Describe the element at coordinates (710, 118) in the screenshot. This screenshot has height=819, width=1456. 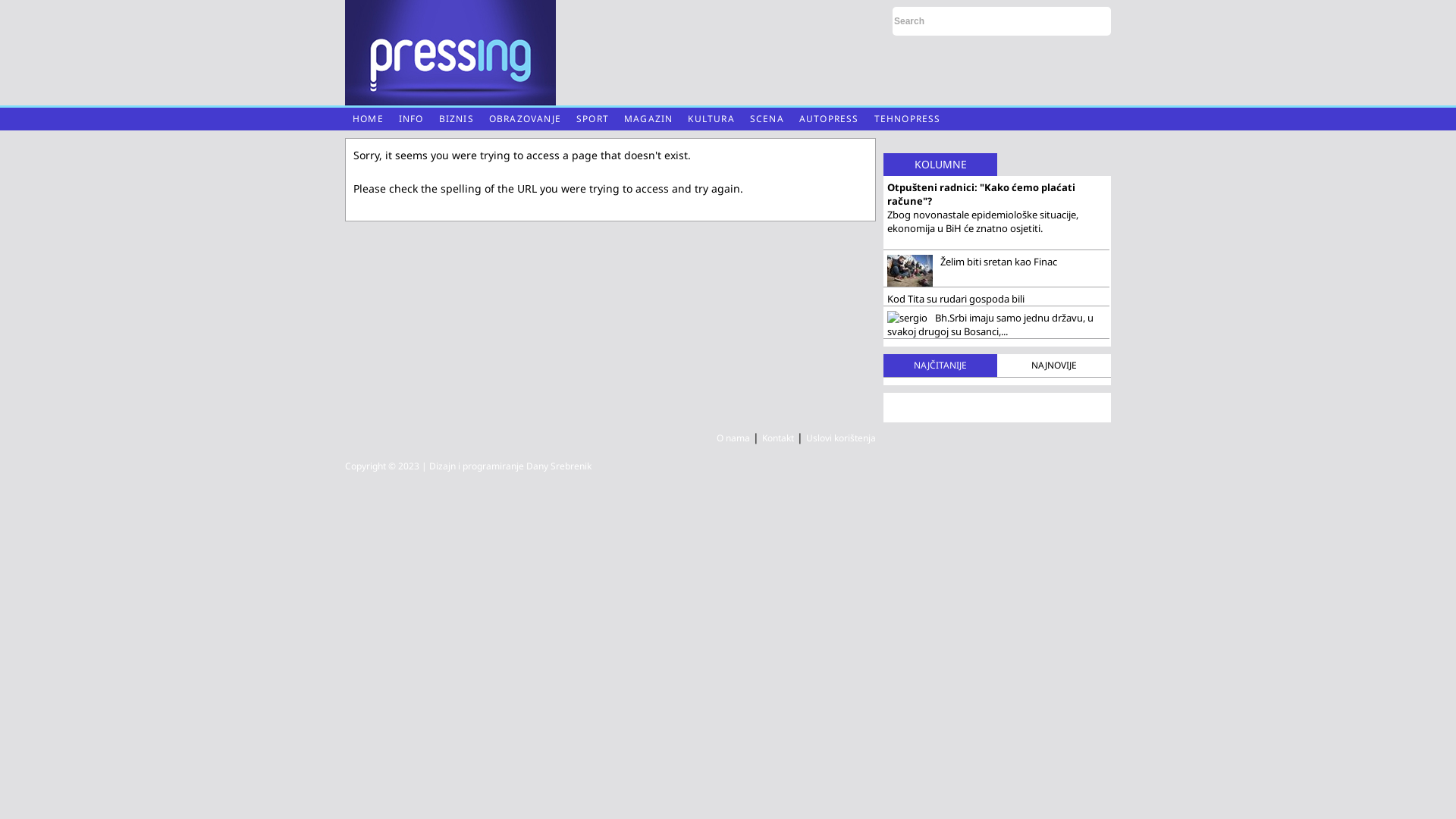
I see `'KULTURA'` at that location.